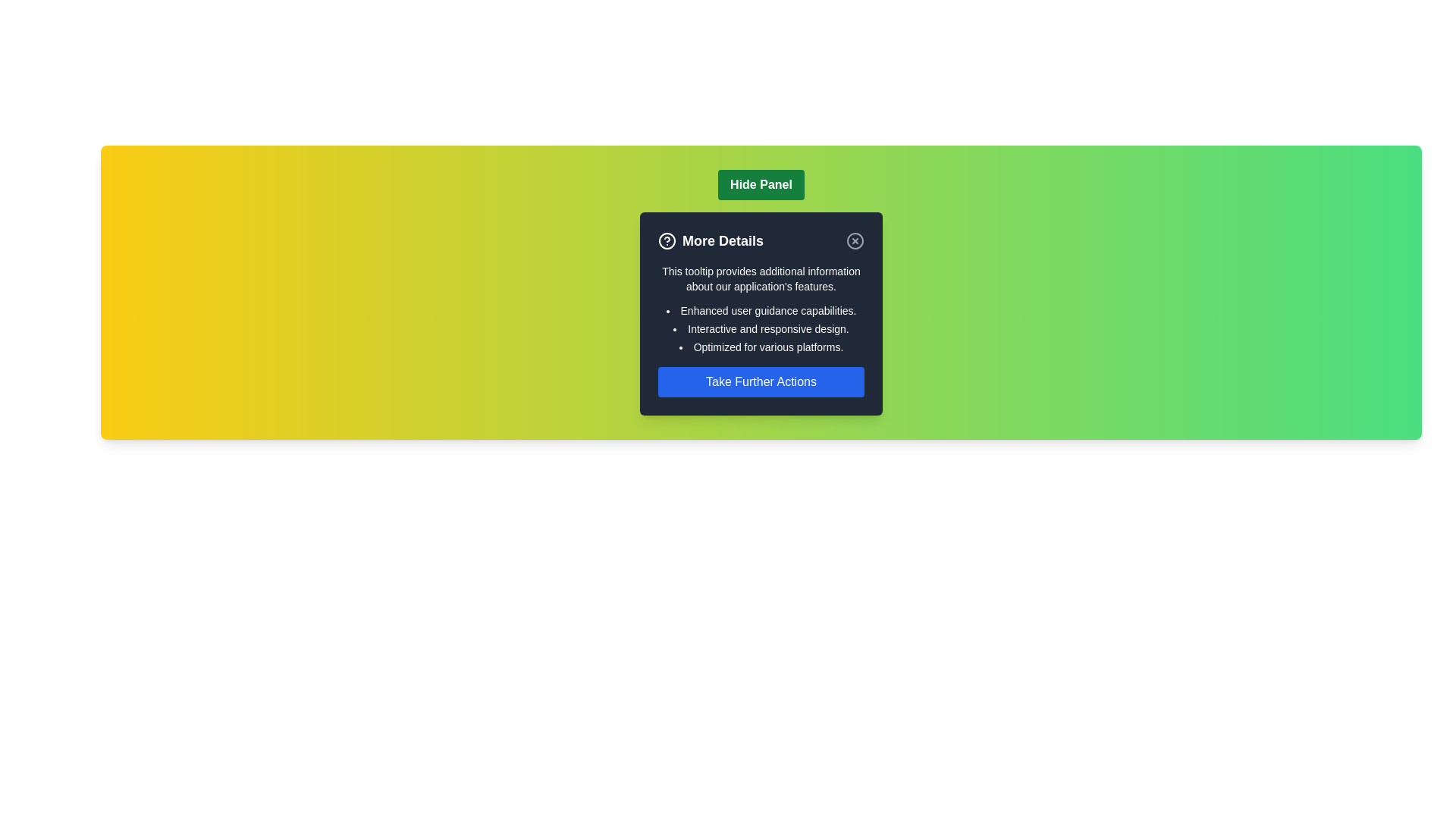 This screenshot has height=819, width=1456. What do you see at coordinates (667, 240) in the screenshot?
I see `the Decorative SVG circle located at the top-right of the tooltip modal, which has a consistent stroke and no fill` at bounding box center [667, 240].